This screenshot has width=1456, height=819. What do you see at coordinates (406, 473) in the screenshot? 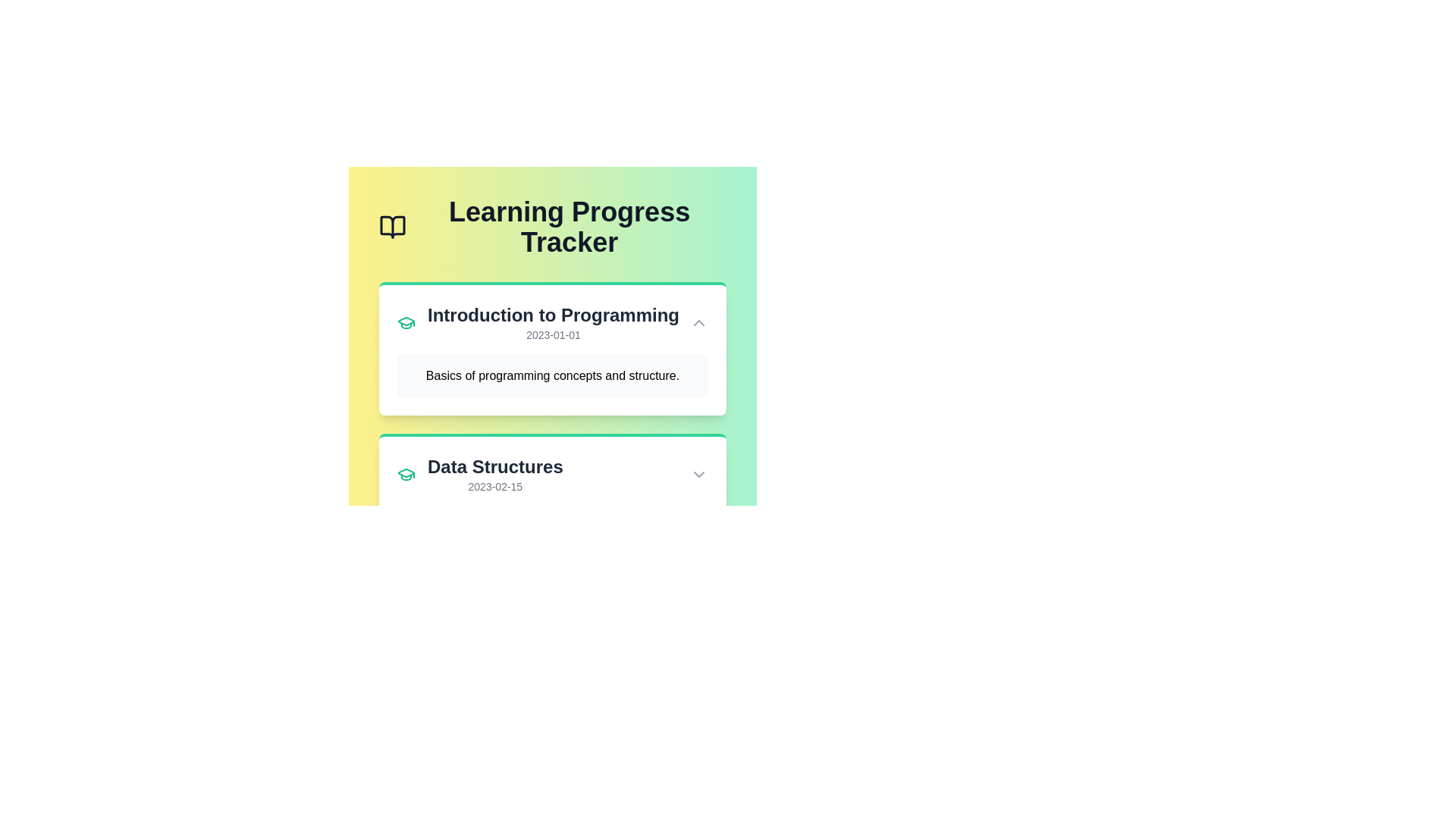
I see `the green graduation cap icon located at the top-left corner of the 'Data Structures' section` at bounding box center [406, 473].